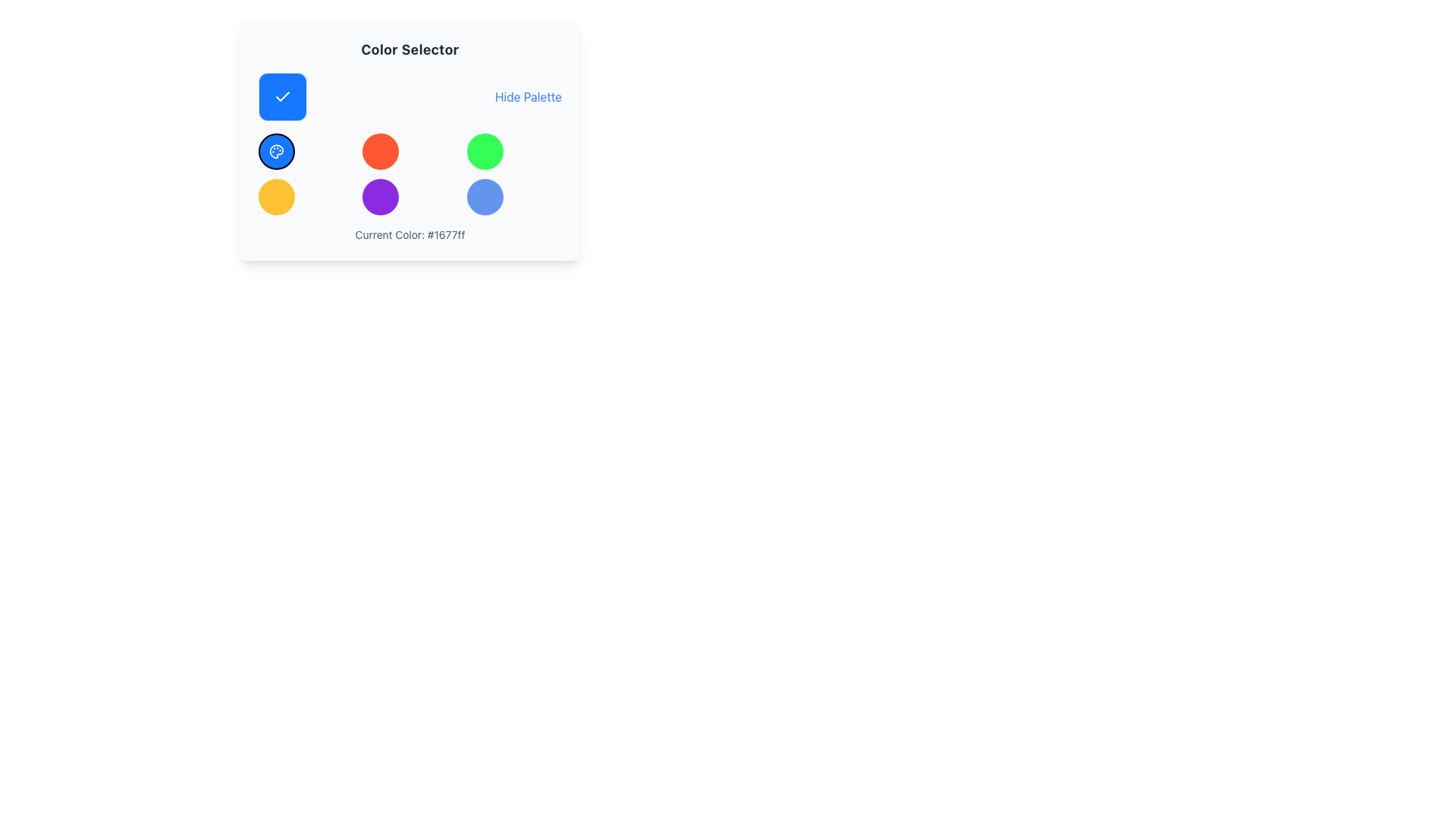 The height and width of the screenshot is (819, 1456). Describe the element at coordinates (276, 152) in the screenshot. I see `the small white palette icon located on the blue circular button, which is the second button in a vertical stack on the left side of the color selector panel` at that location.